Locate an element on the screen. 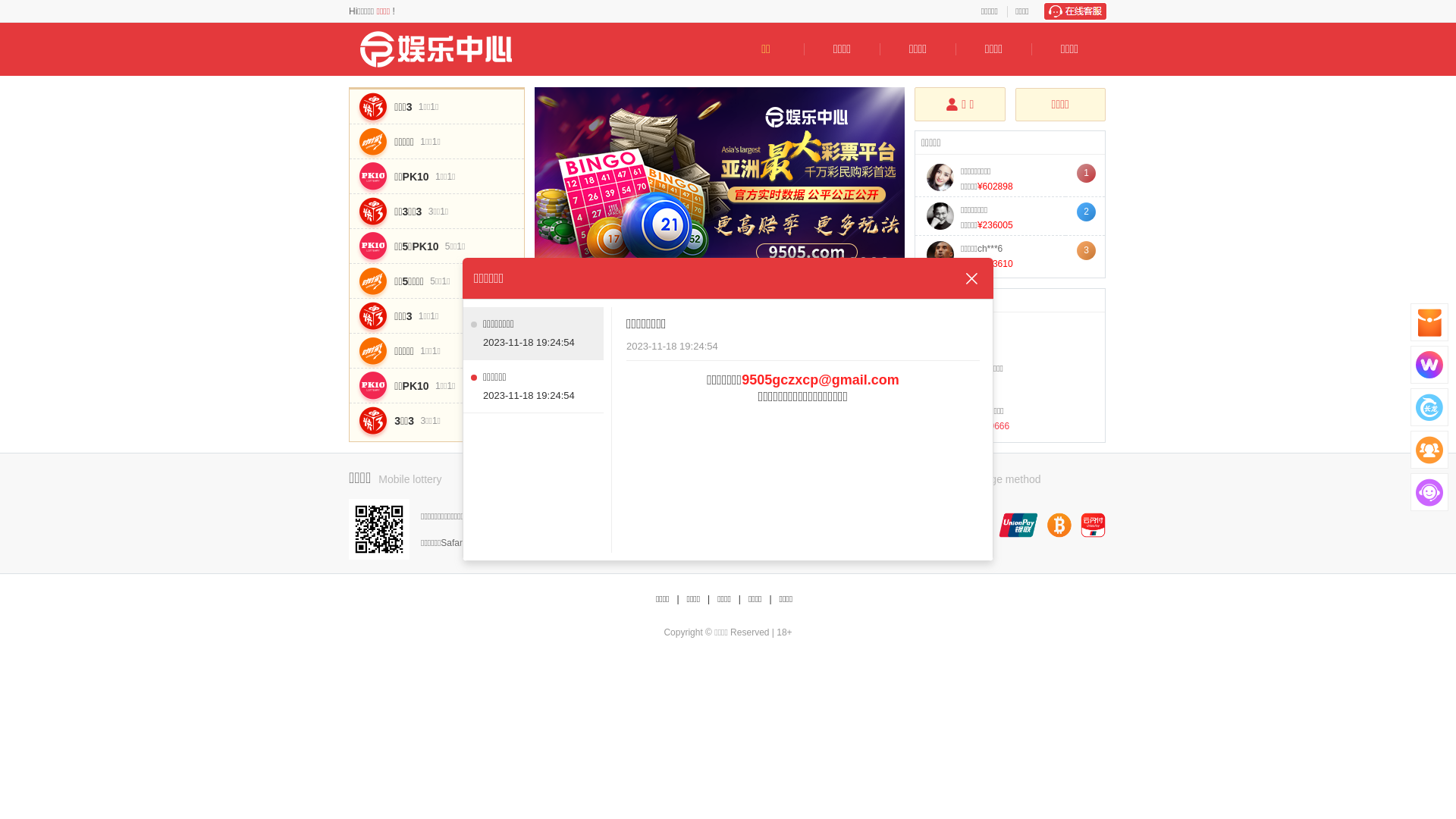  '|' is located at coordinates (708, 598).